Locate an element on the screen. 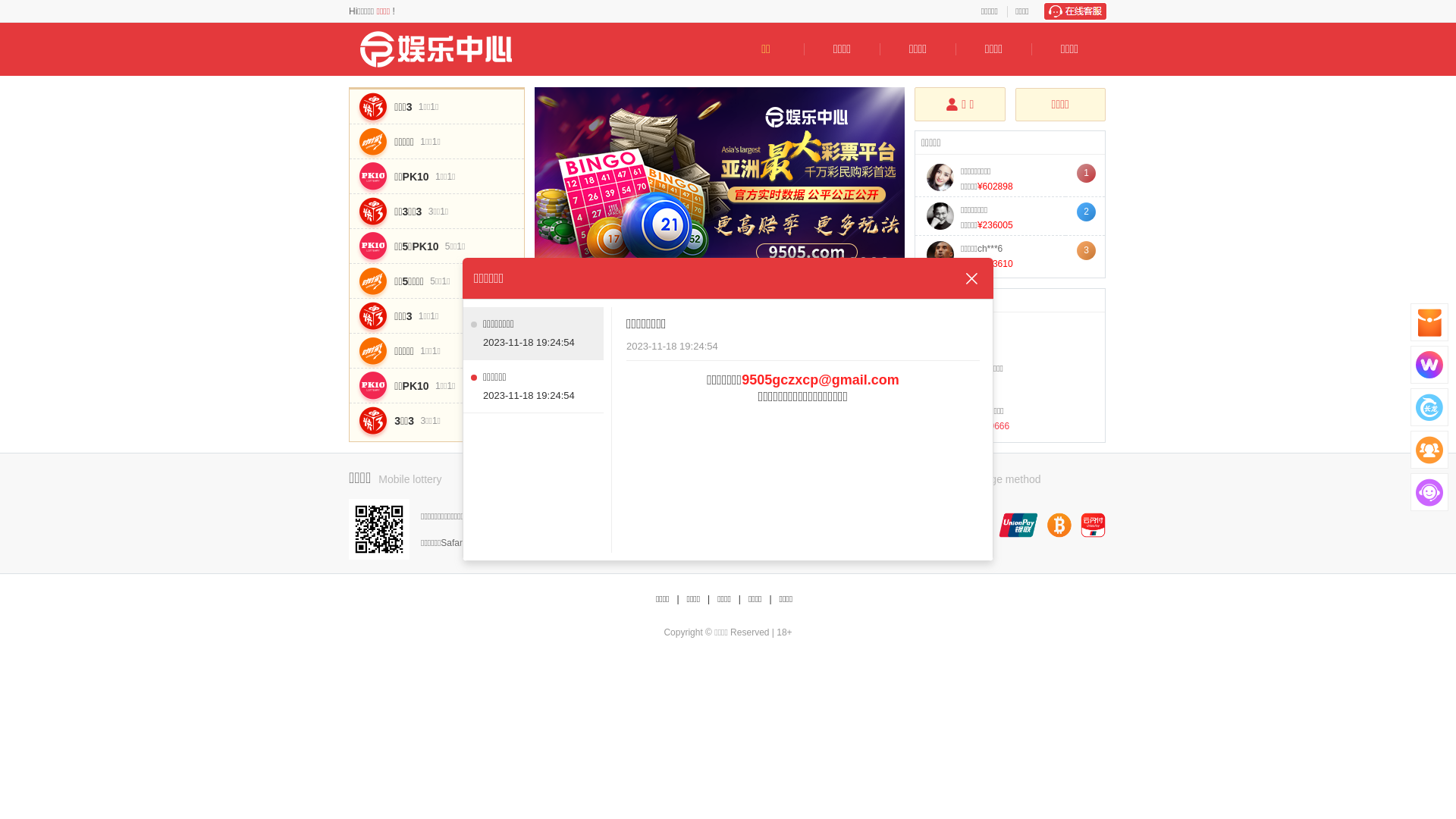  '|' is located at coordinates (708, 598).